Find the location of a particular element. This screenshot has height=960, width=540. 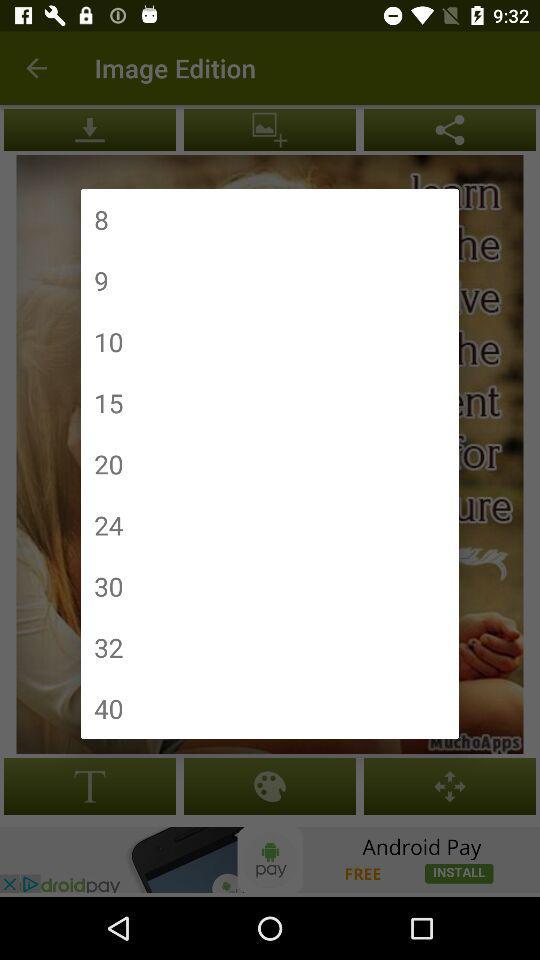

the 20 icon is located at coordinates (108, 464).